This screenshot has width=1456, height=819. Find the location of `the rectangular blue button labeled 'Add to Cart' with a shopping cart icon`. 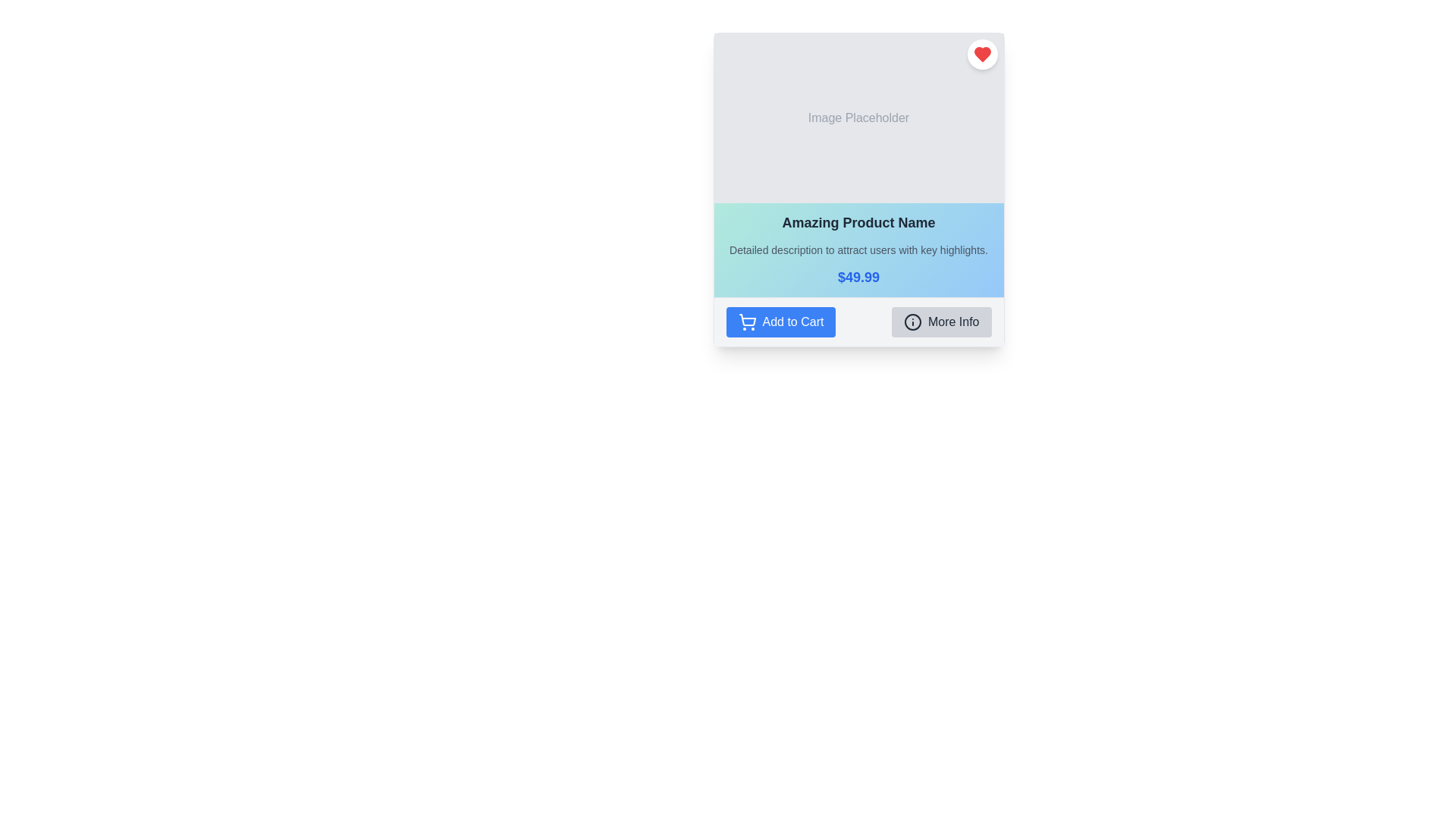

the rectangular blue button labeled 'Add to Cart' with a shopping cart icon is located at coordinates (780, 321).